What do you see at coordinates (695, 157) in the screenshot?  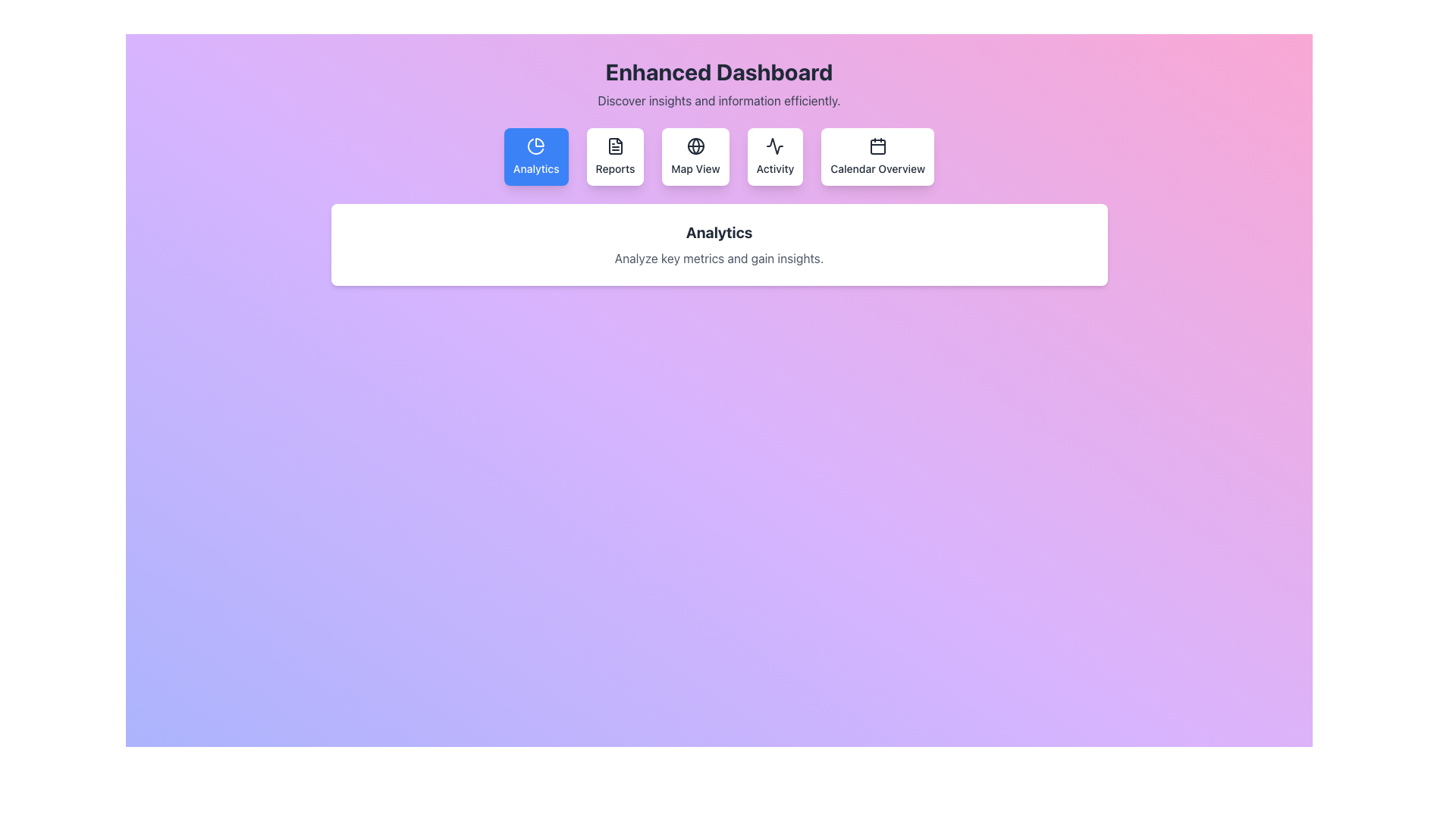 I see `the 'Map View' button, which is the third button in a row of five, located between 'Reports' and 'Activity'` at bounding box center [695, 157].